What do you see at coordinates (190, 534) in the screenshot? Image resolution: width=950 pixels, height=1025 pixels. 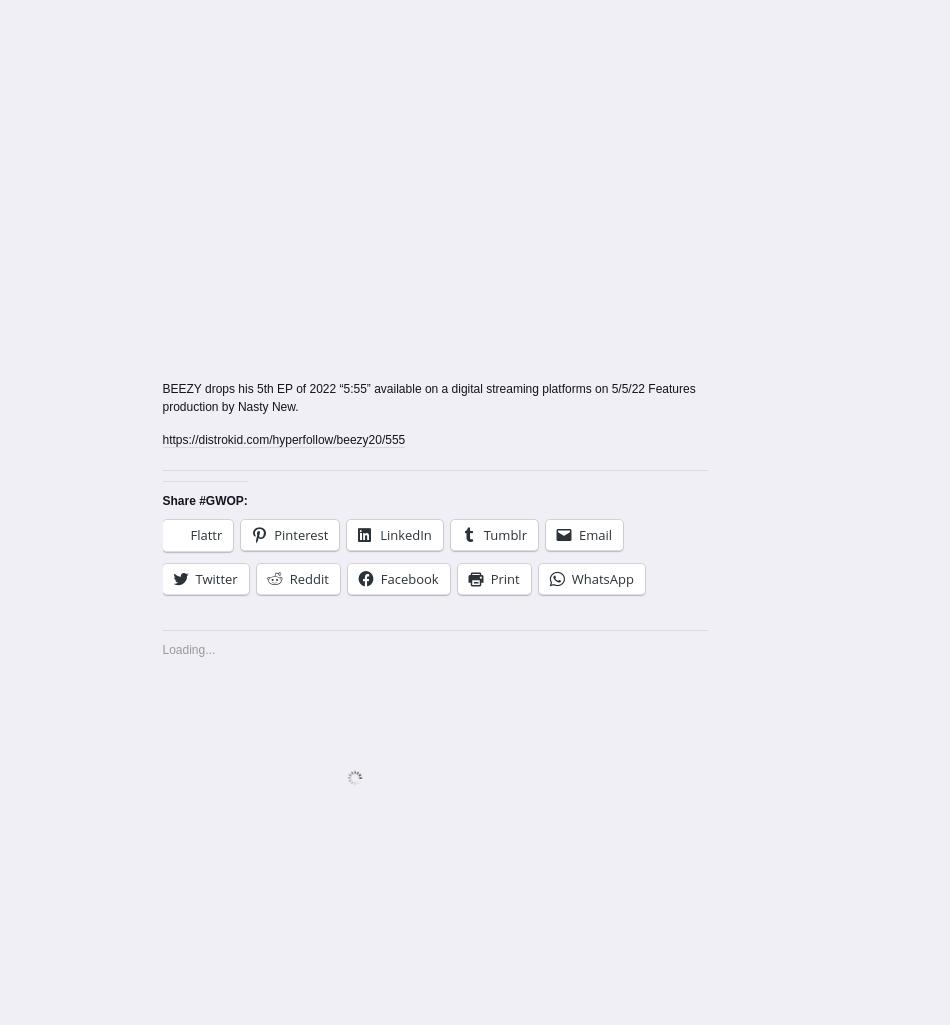 I see `'Flattr'` at bounding box center [190, 534].